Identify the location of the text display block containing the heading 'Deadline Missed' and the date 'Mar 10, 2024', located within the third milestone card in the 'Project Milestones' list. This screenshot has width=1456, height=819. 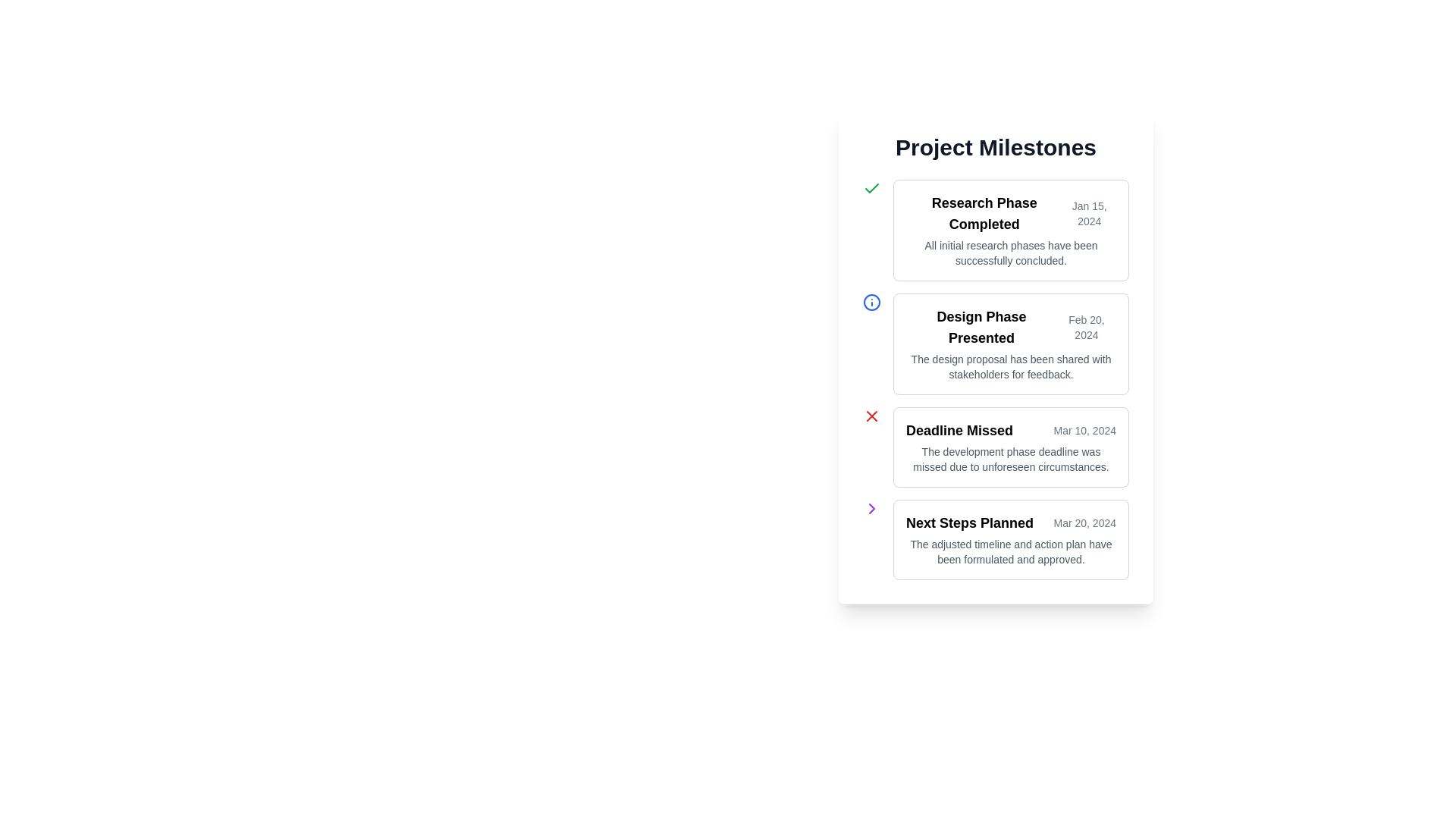
(1011, 430).